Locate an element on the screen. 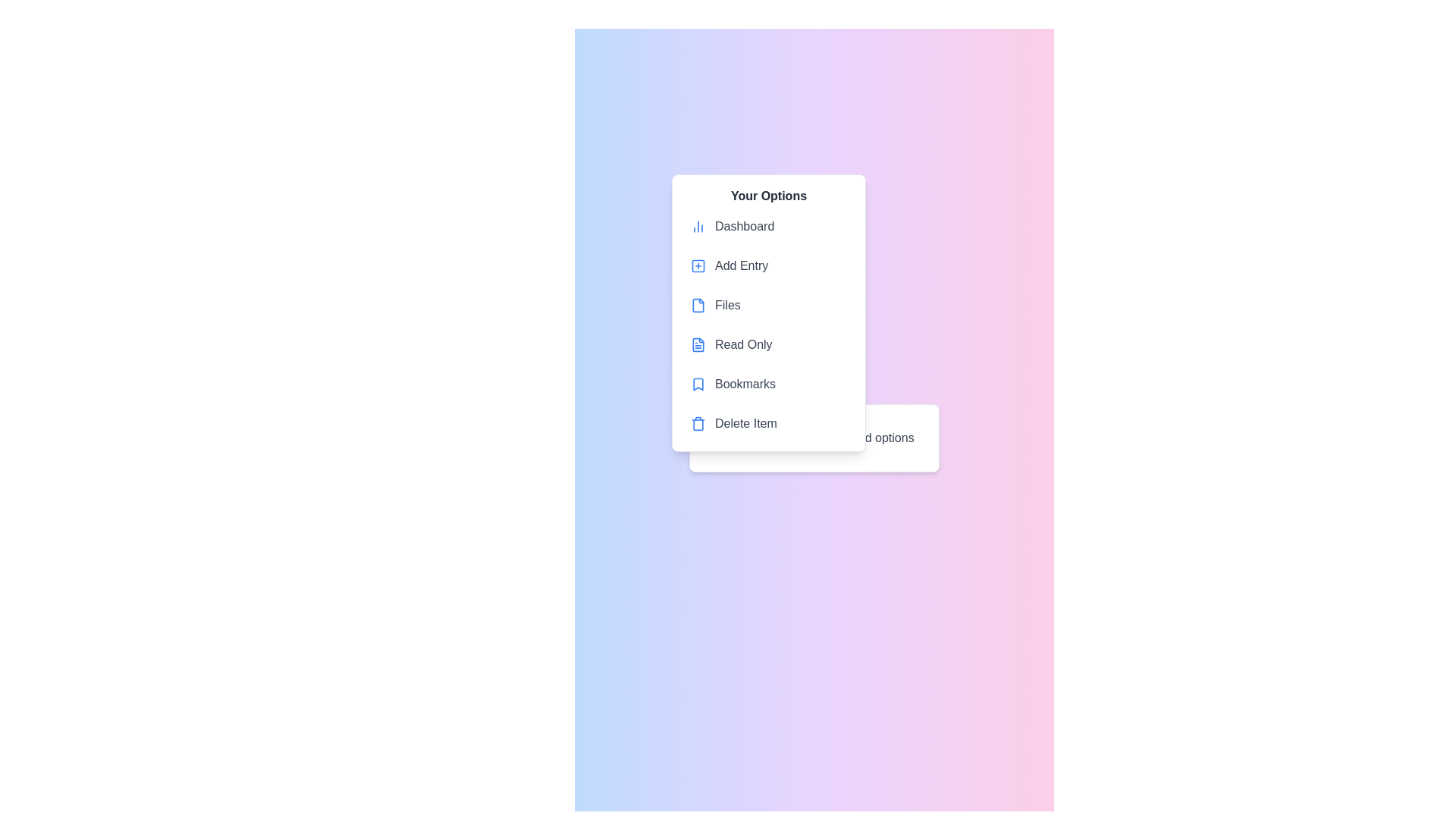 Image resolution: width=1456 pixels, height=819 pixels. the menu item Add Entry to highlight it is located at coordinates (768, 265).